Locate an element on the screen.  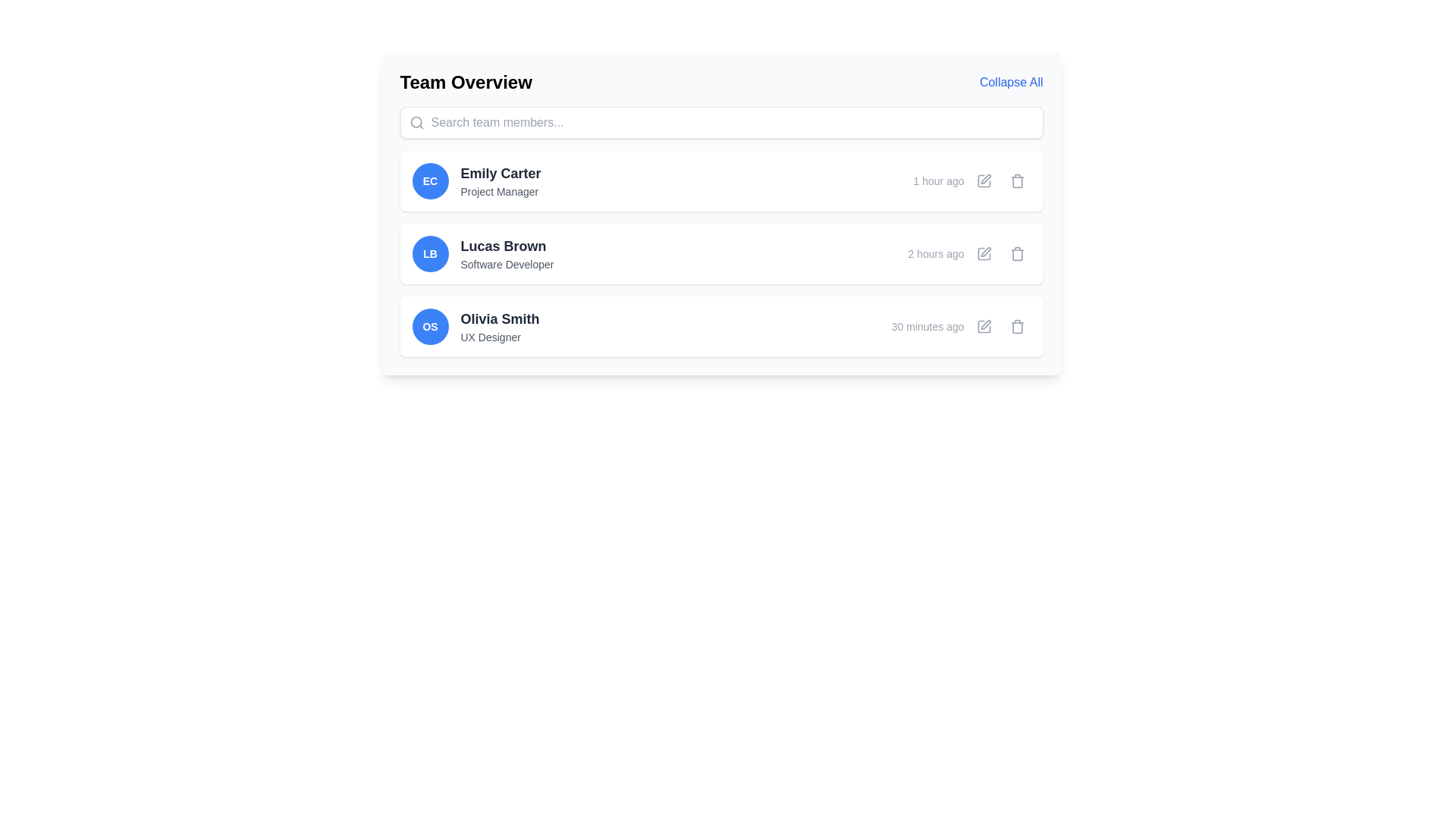
the circular avatar with initials 'EC' in white on a blue background, located on the left side of the row labeled 'Emily Carter' and 'Project Manager' in the Team Overview interface is located at coordinates (429, 180).